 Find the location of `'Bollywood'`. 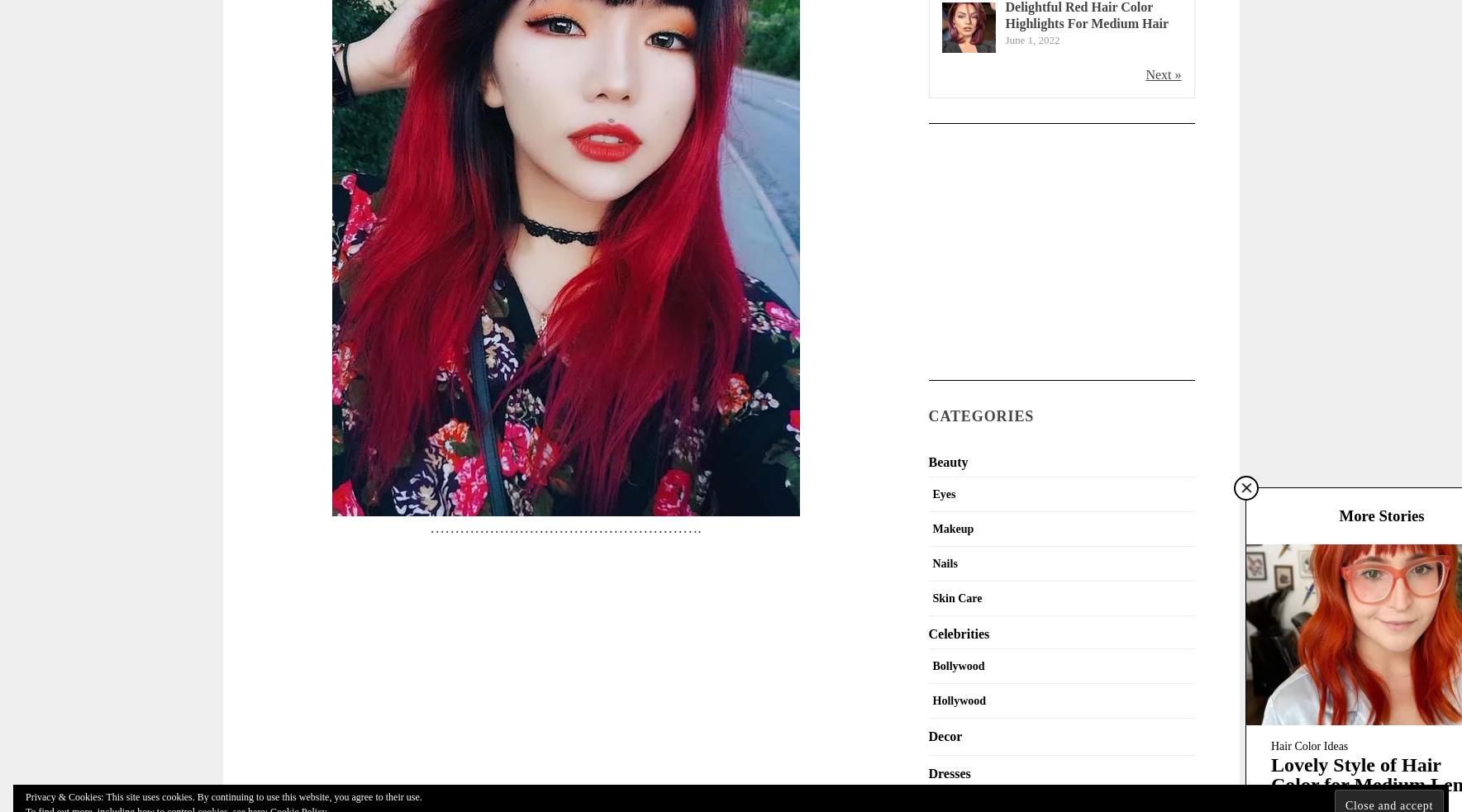

'Bollywood' is located at coordinates (957, 664).